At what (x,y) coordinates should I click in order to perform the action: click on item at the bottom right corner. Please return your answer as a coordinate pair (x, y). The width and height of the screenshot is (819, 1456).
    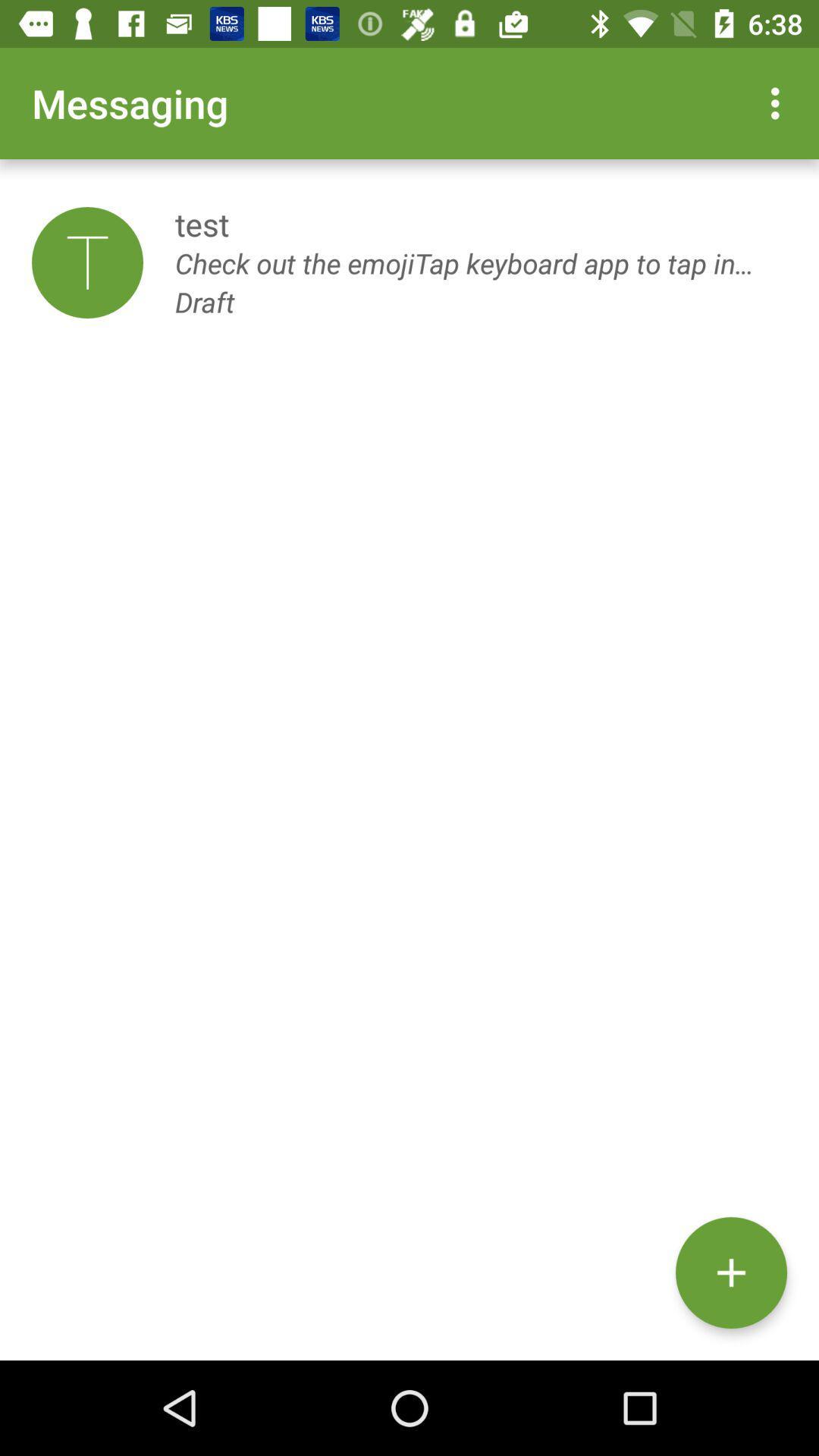
    Looking at the image, I should click on (730, 1272).